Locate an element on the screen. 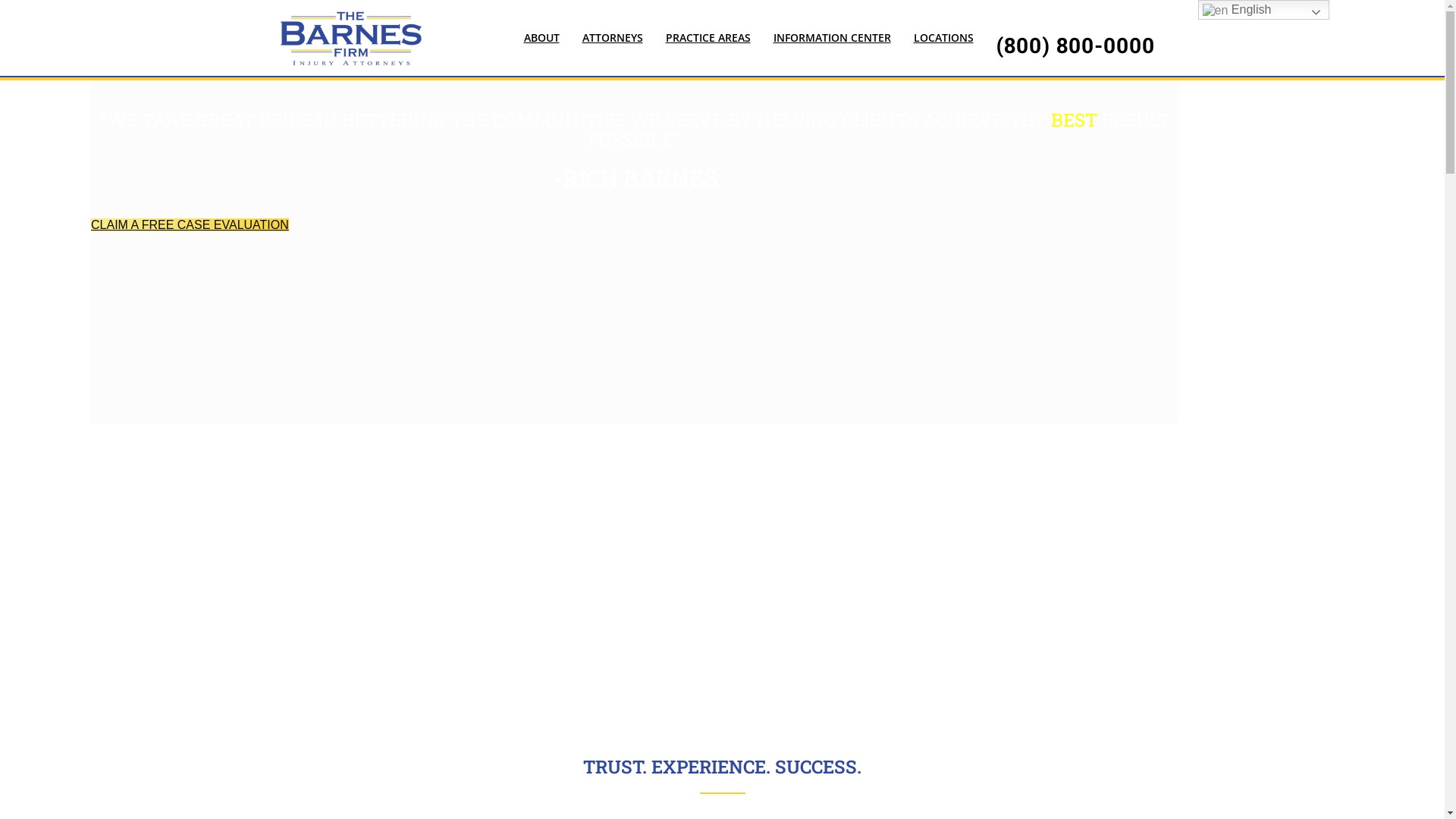  'CLAIM A FREE CASE EVALUATION' is located at coordinates (189, 224).